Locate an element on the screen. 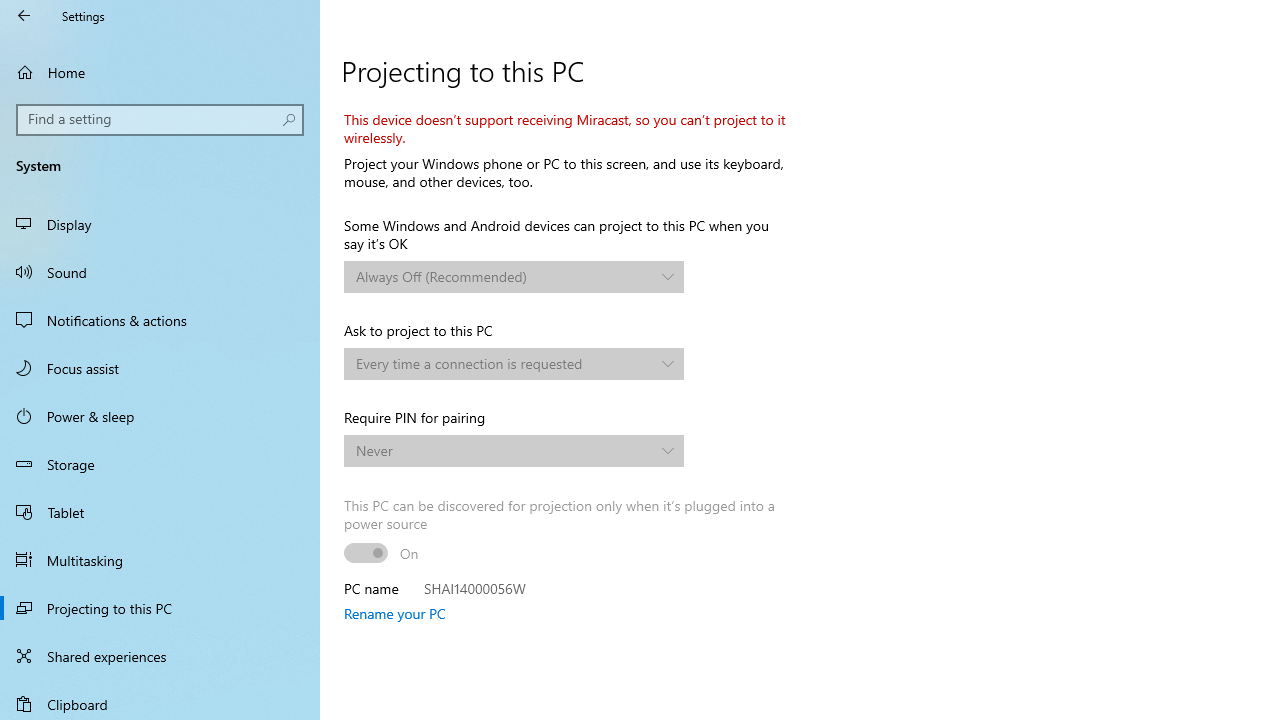 The image size is (1280, 720). 'Power & sleep' is located at coordinates (160, 414).